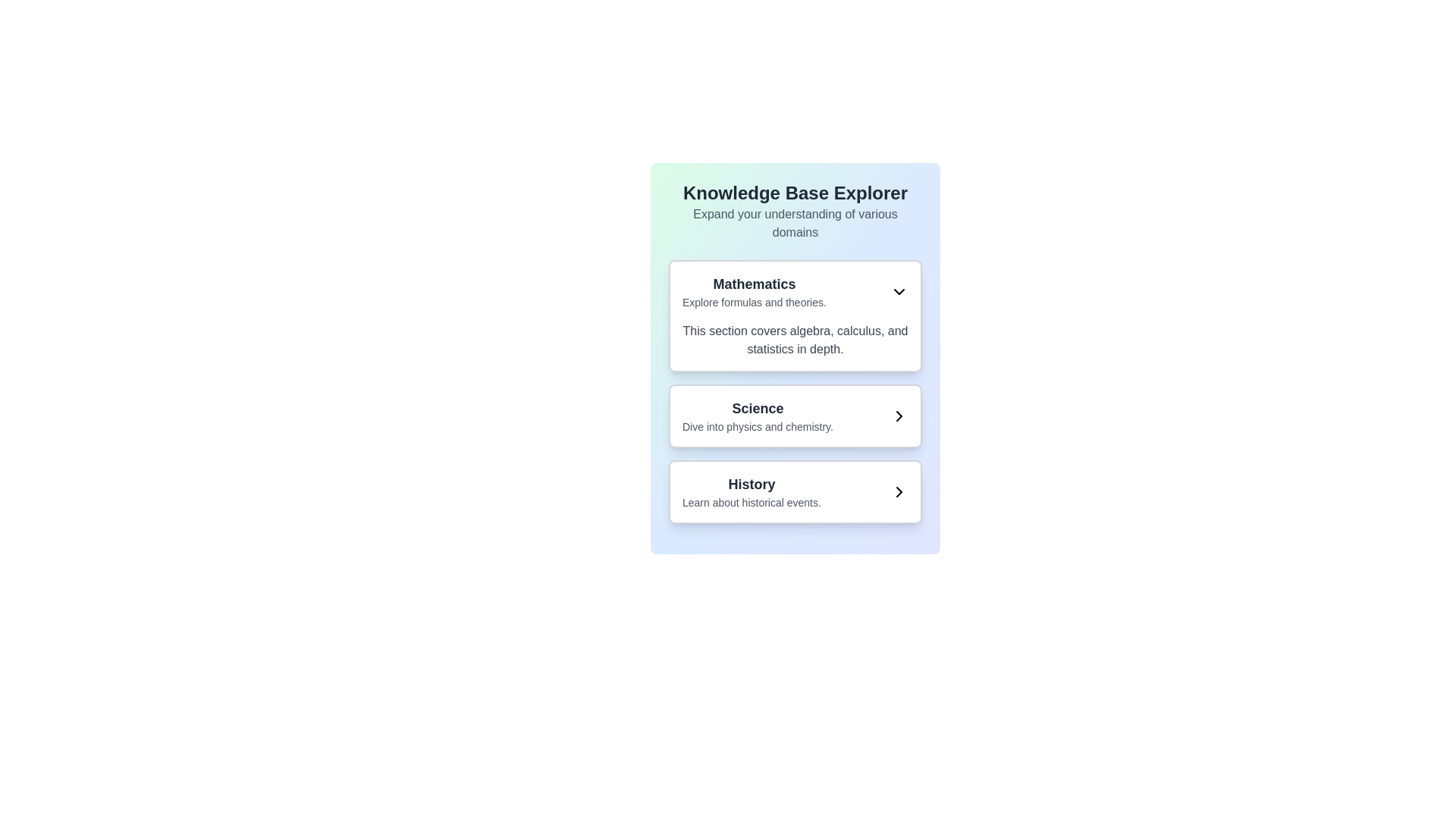  I want to click on the Chevron Right SVG icon located on the right side of the 'History' option, so click(899, 491).